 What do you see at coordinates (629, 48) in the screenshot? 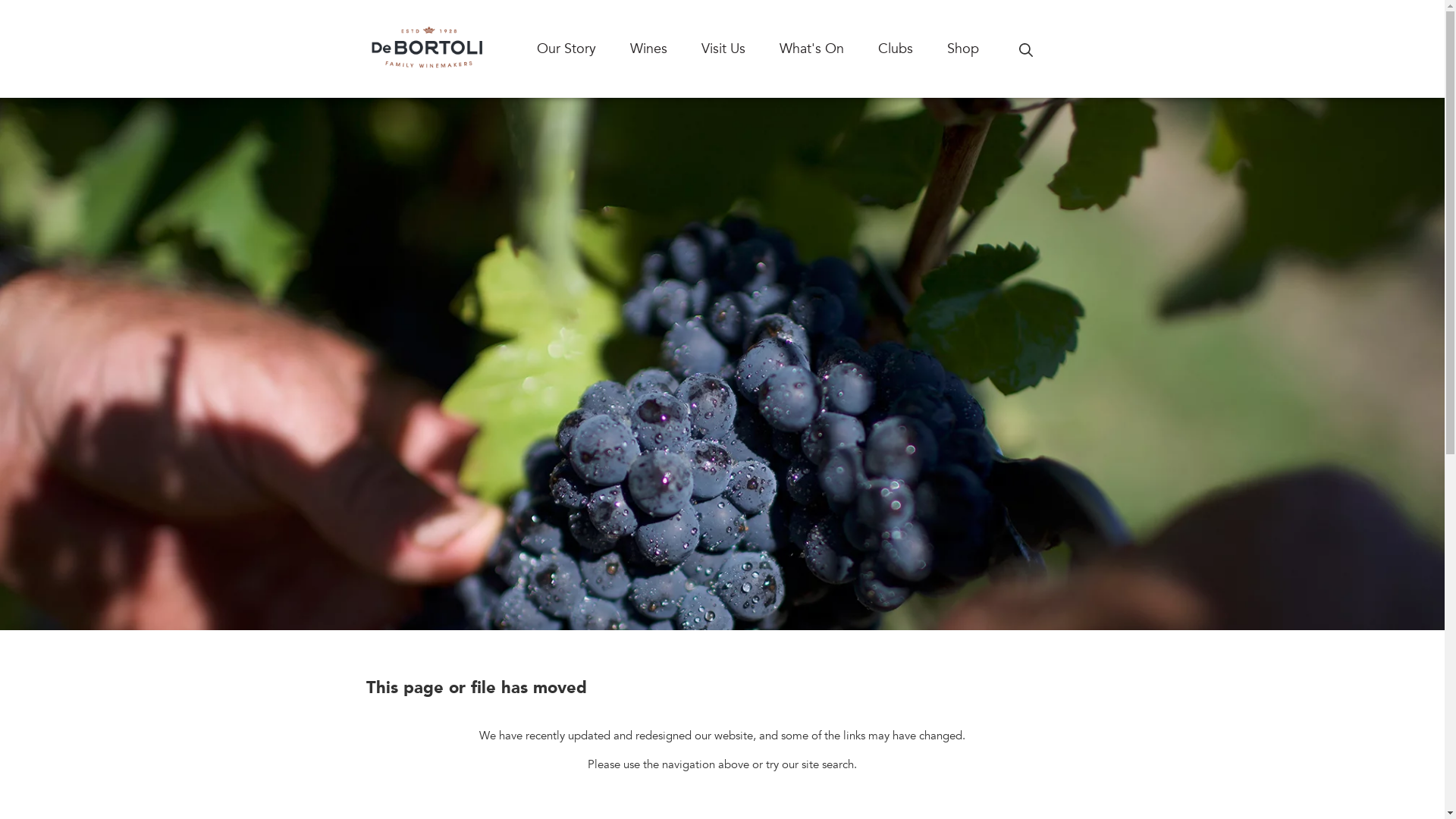
I see `'Wines'` at bounding box center [629, 48].